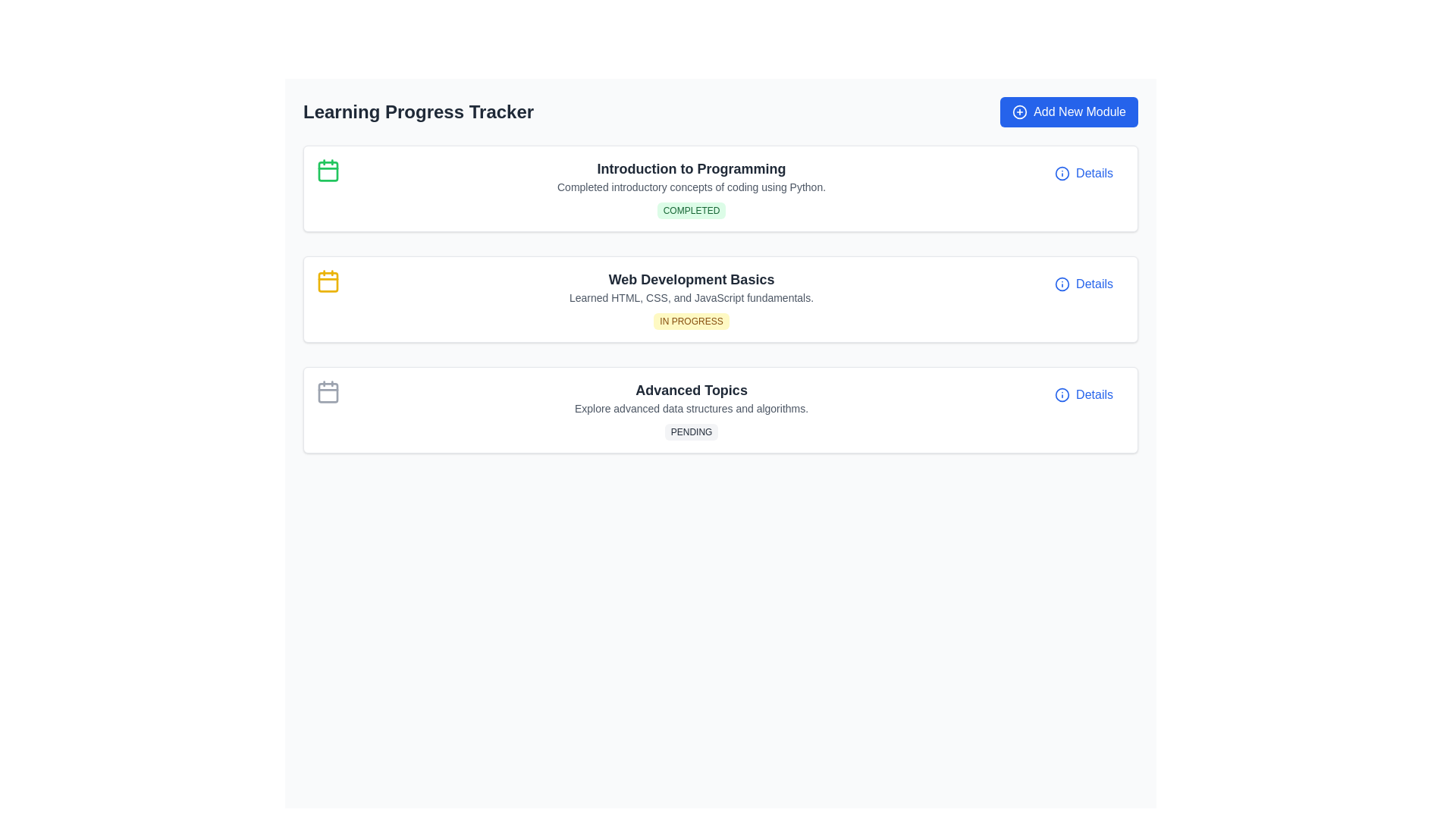 The height and width of the screenshot is (819, 1456). What do you see at coordinates (1062, 394) in the screenshot?
I see `the SVG Circle element within the 'Details' button icon of the third card representing 'Advanced Topics'` at bounding box center [1062, 394].